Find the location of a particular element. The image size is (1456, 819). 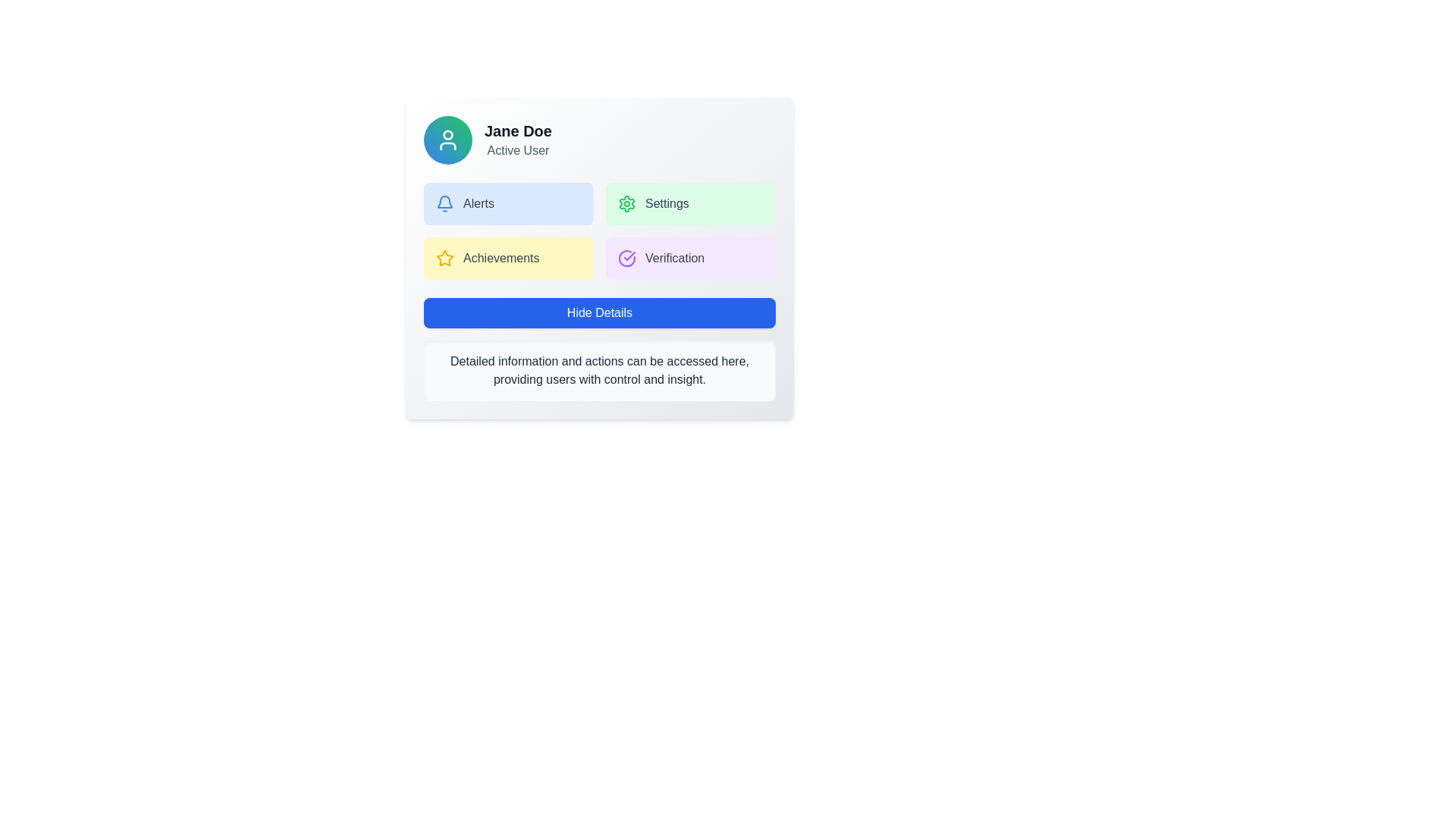

the bell icon representing the notification feature is located at coordinates (444, 201).